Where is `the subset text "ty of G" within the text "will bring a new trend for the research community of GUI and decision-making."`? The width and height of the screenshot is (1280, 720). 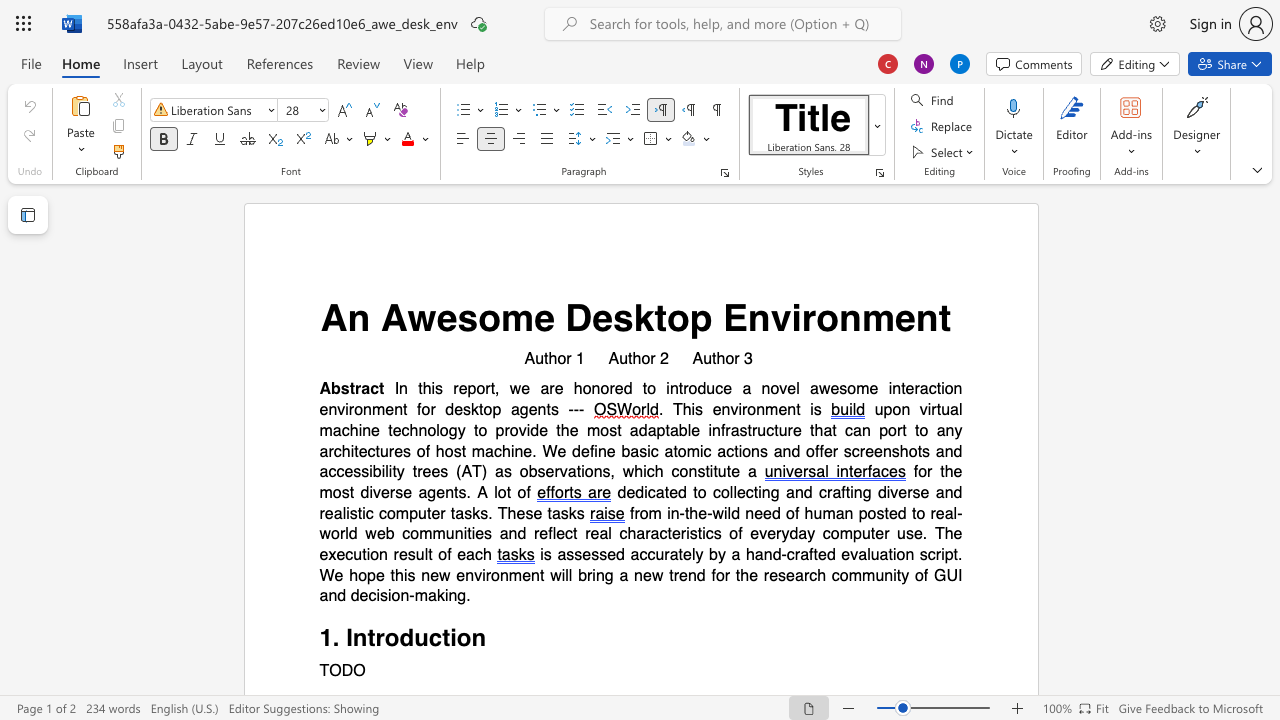 the subset text "ty of G" within the text "will bring a new trend for the research community of GUI and decision-making." is located at coordinates (895, 575).